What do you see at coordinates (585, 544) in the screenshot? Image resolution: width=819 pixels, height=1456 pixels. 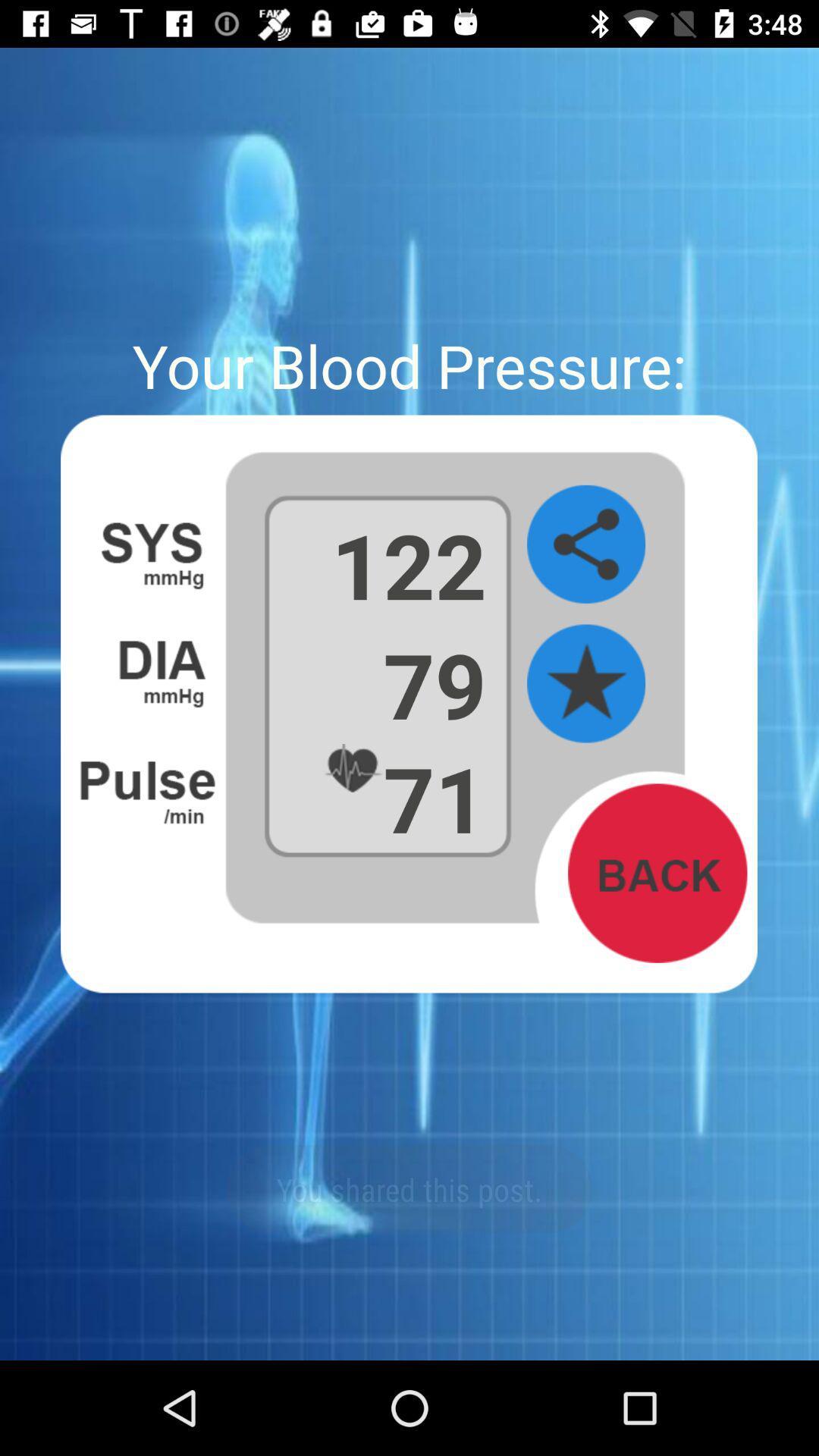 I see `share blood pressure information` at bounding box center [585, 544].